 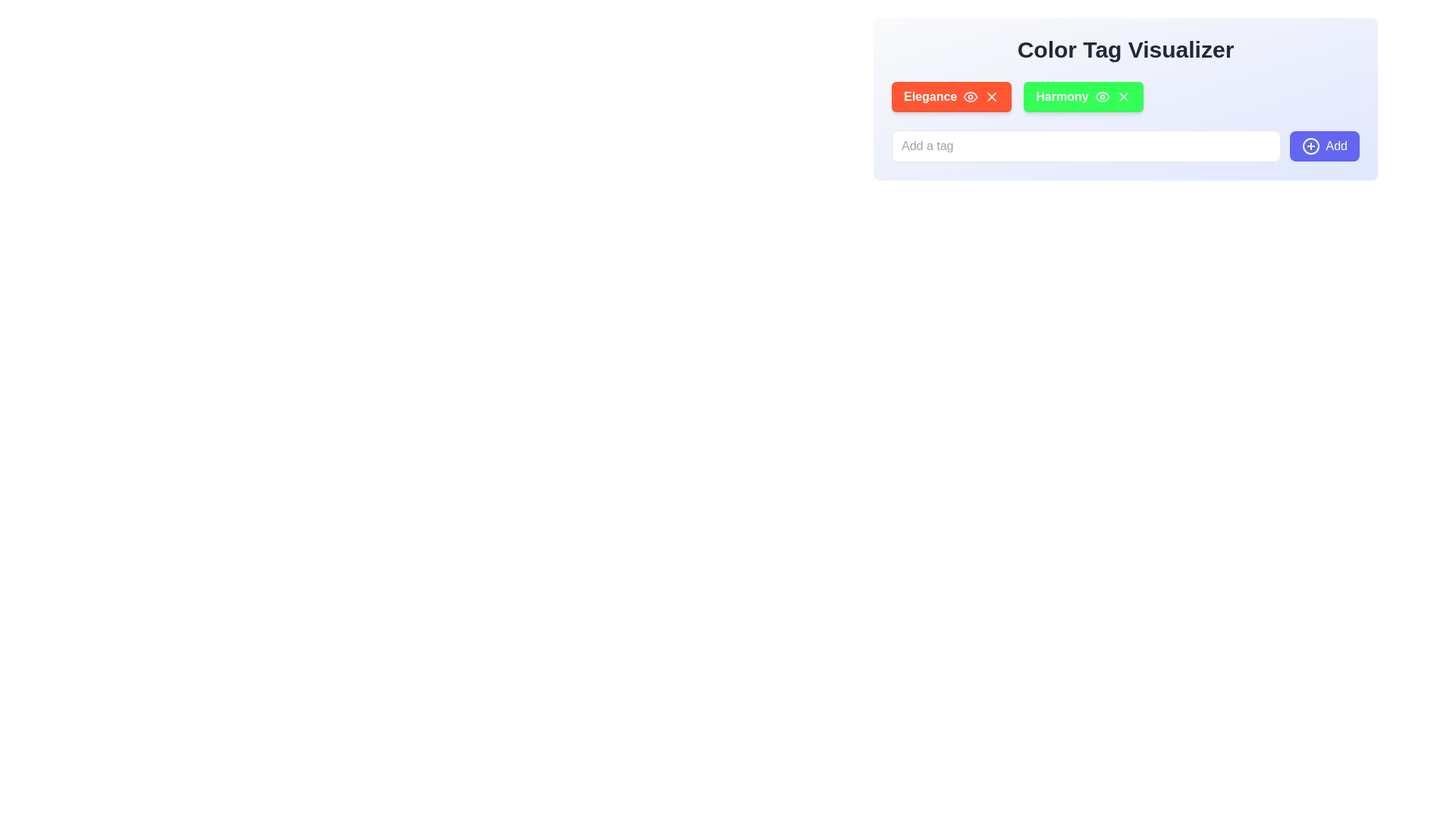 I want to click on the Close icon in the top-right corner of the green 'Harmony' label within the 'Color Tag Visualizer' panel, so click(x=1123, y=96).